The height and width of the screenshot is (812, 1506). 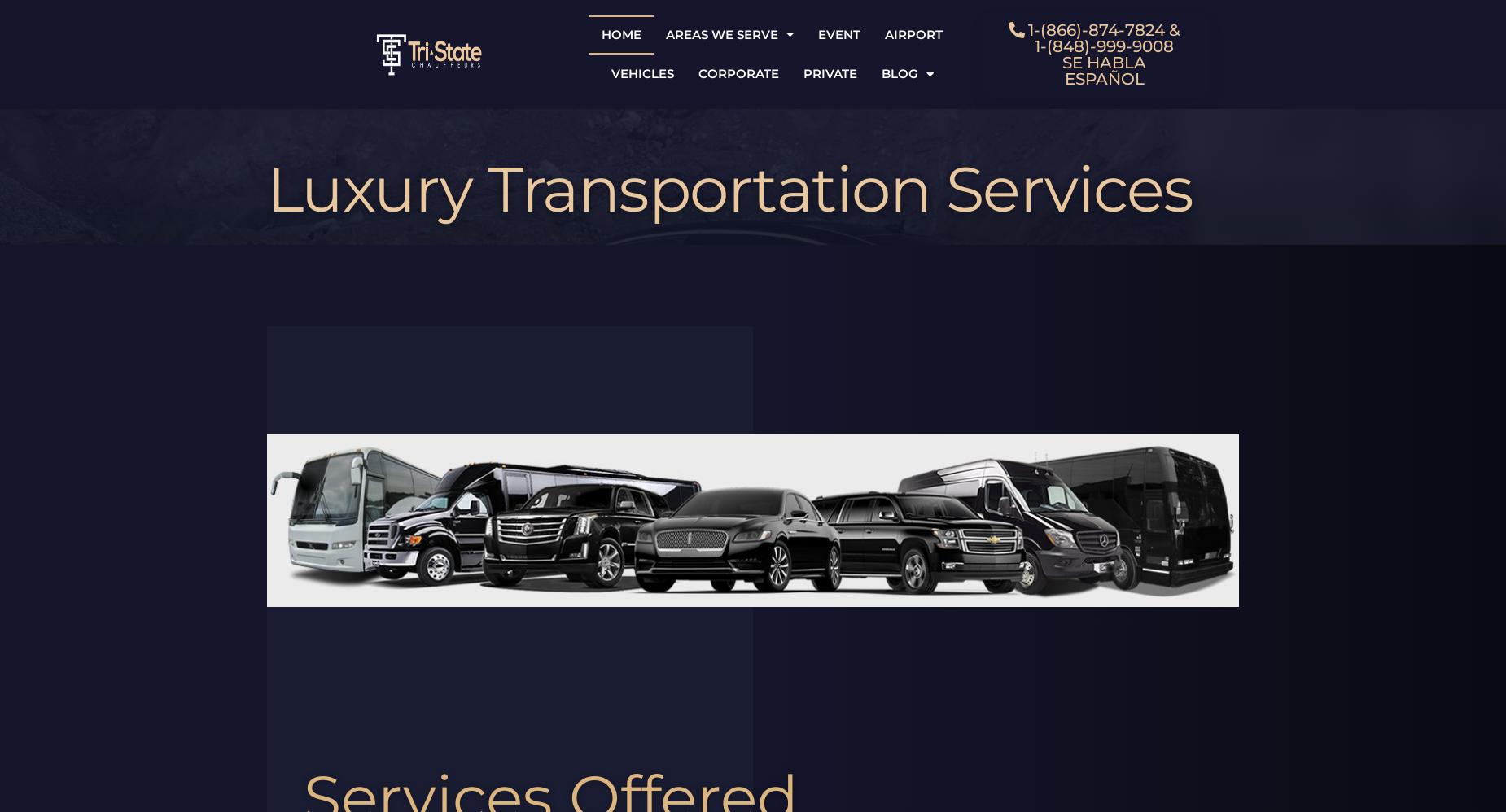 What do you see at coordinates (738, 72) in the screenshot?
I see `'Corporate'` at bounding box center [738, 72].